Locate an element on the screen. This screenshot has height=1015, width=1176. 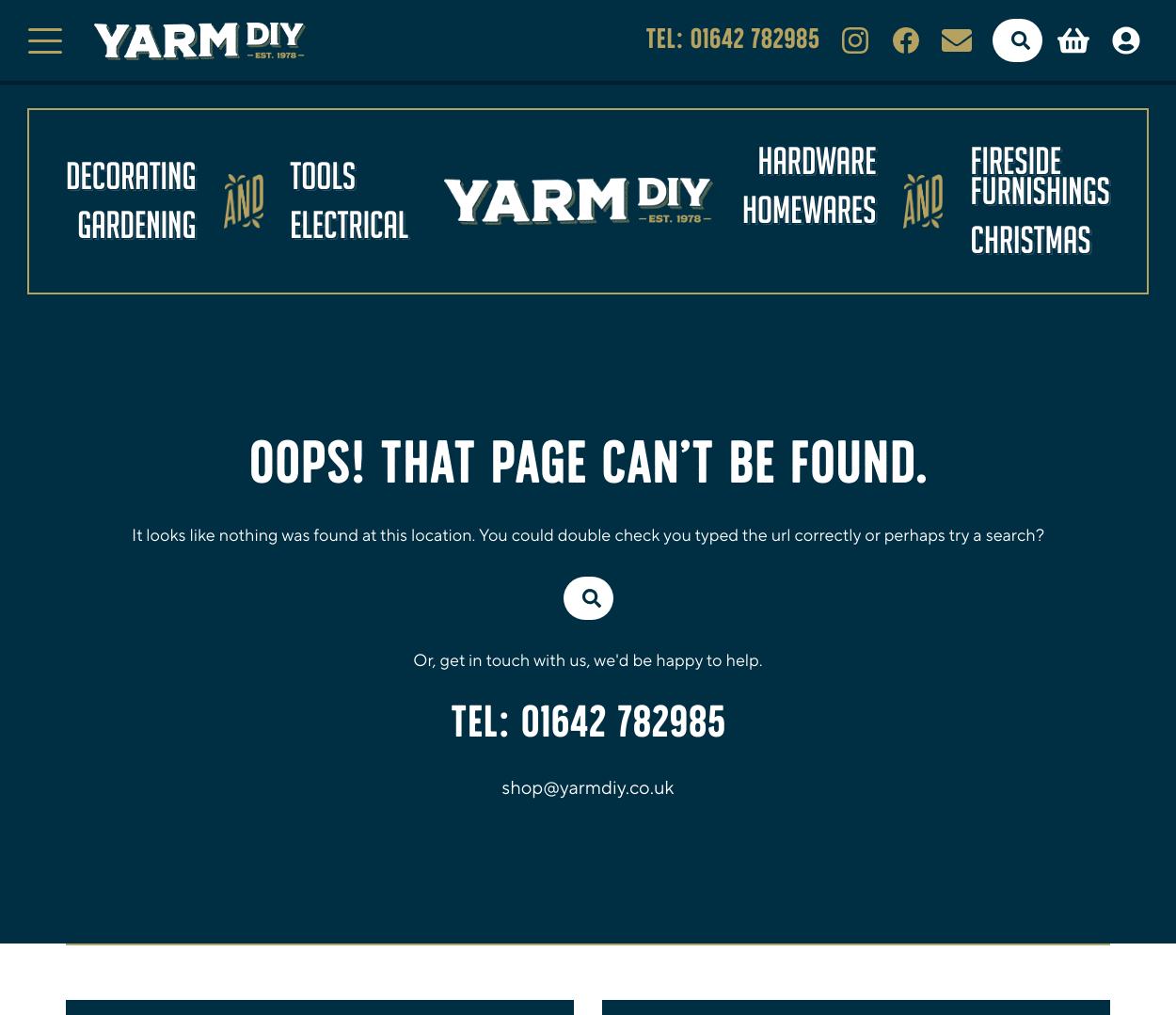
'Oops! That page can’t be found.' is located at coordinates (248, 462).